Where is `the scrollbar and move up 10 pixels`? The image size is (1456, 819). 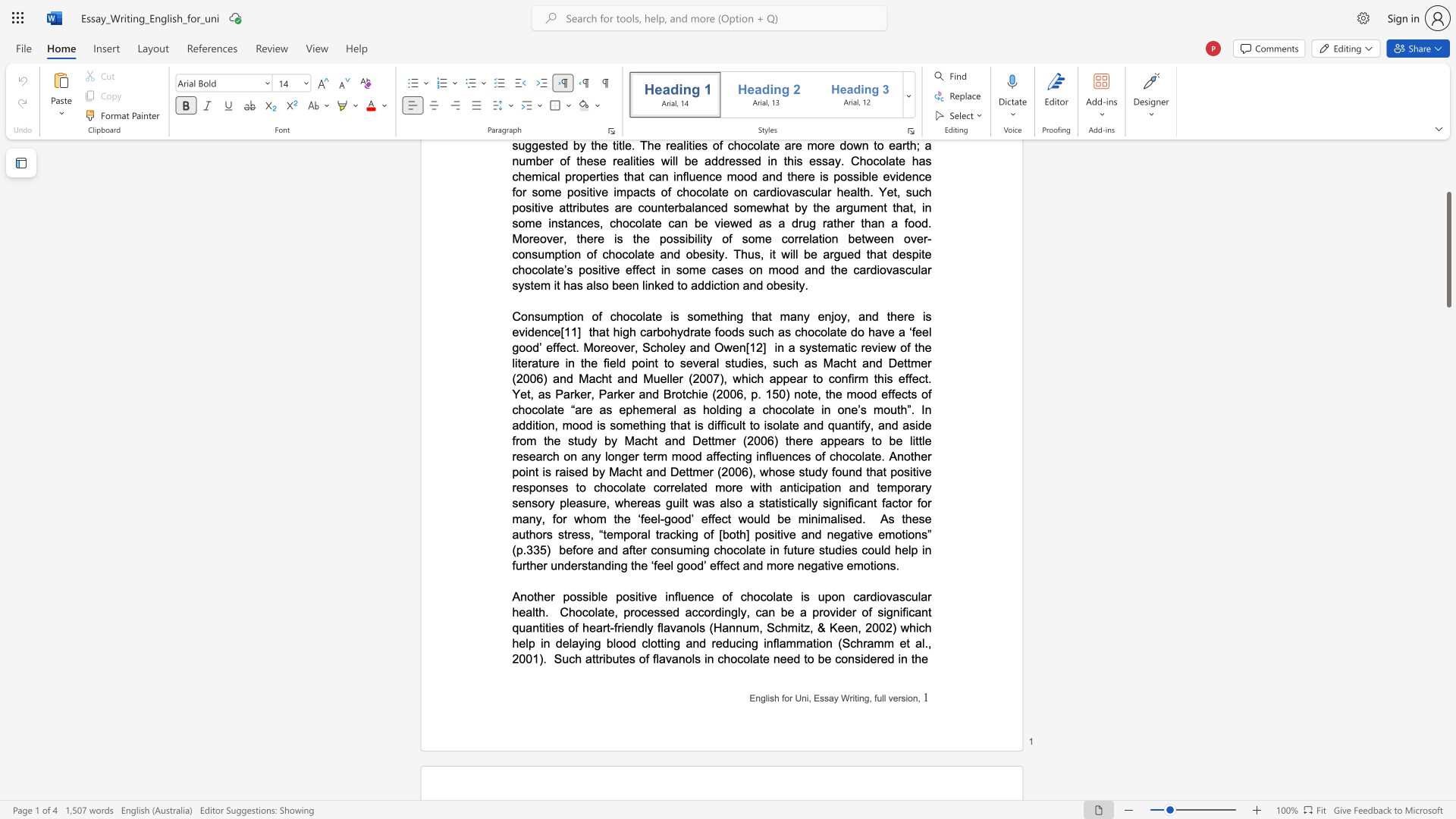
the scrollbar and move up 10 pixels is located at coordinates (1448, 249).